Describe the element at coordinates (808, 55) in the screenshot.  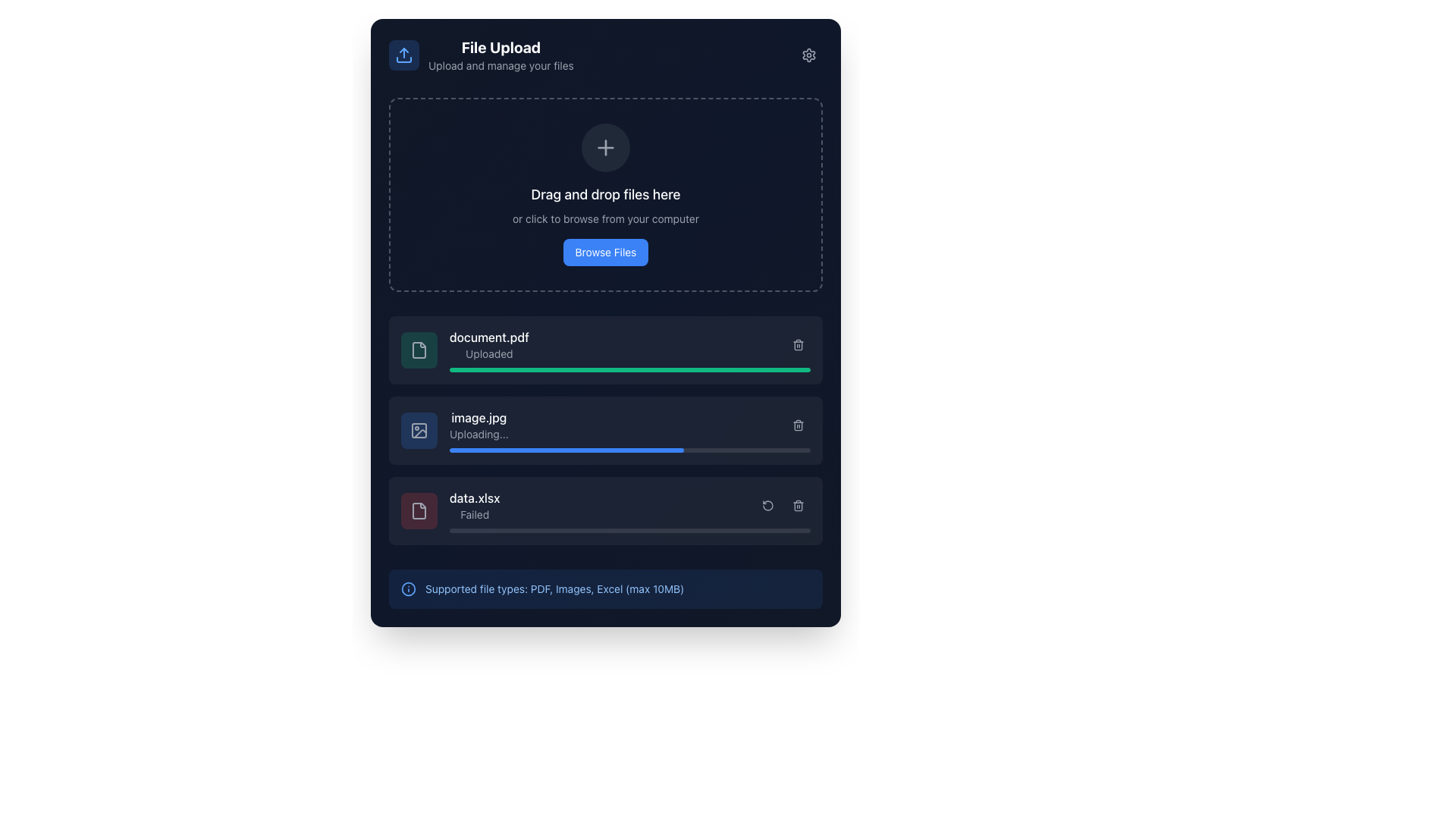
I see `the Settings icon button, which is a circular cog icon with a gray outline located in the top-right corner adjacent to the 'File Upload' header` at that location.